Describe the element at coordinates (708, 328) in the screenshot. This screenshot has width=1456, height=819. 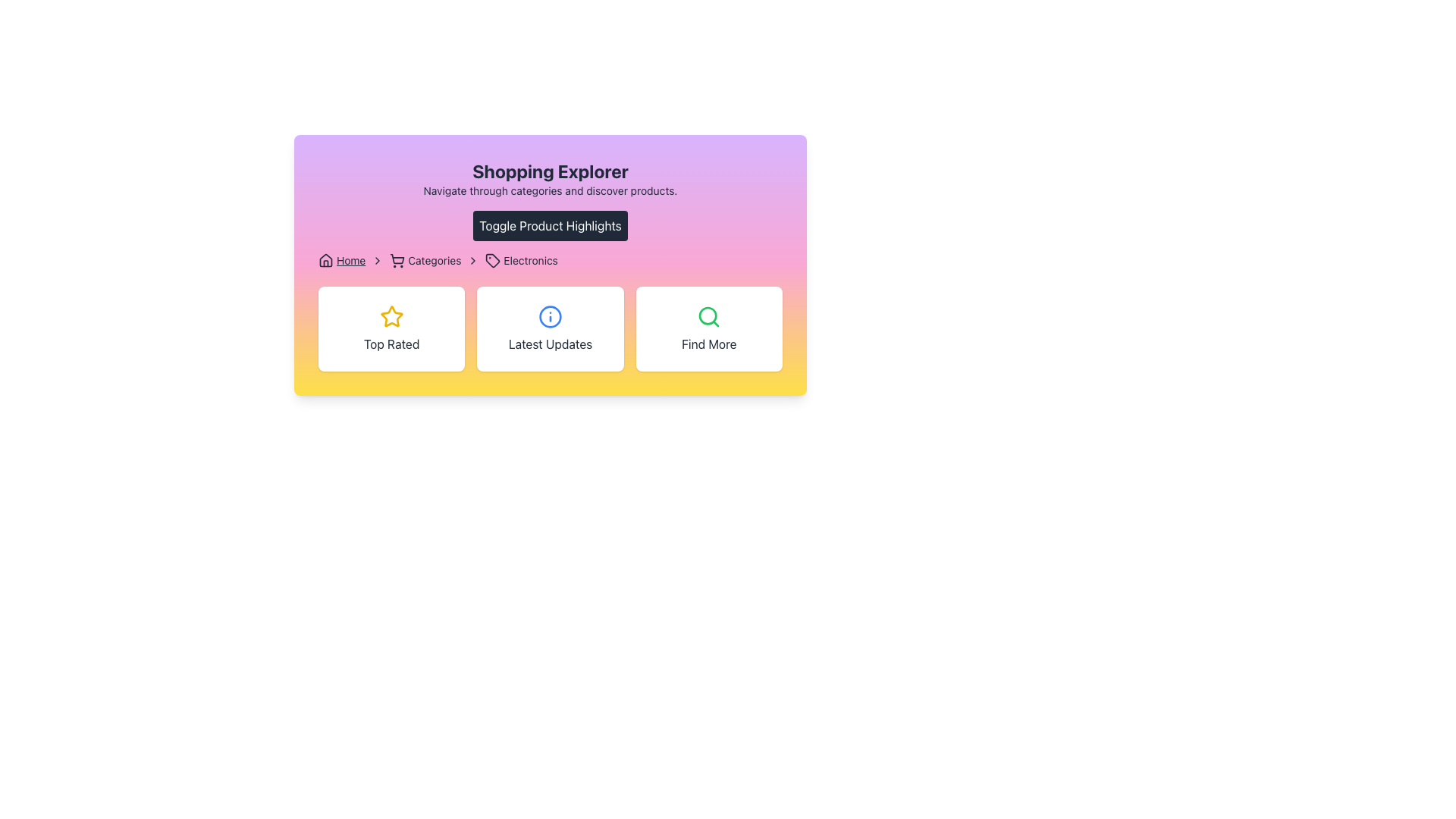
I see `the 'Find More' button-like card, which features a green magnifying glass icon at the top and the text 'Find More' centered below it` at that location.